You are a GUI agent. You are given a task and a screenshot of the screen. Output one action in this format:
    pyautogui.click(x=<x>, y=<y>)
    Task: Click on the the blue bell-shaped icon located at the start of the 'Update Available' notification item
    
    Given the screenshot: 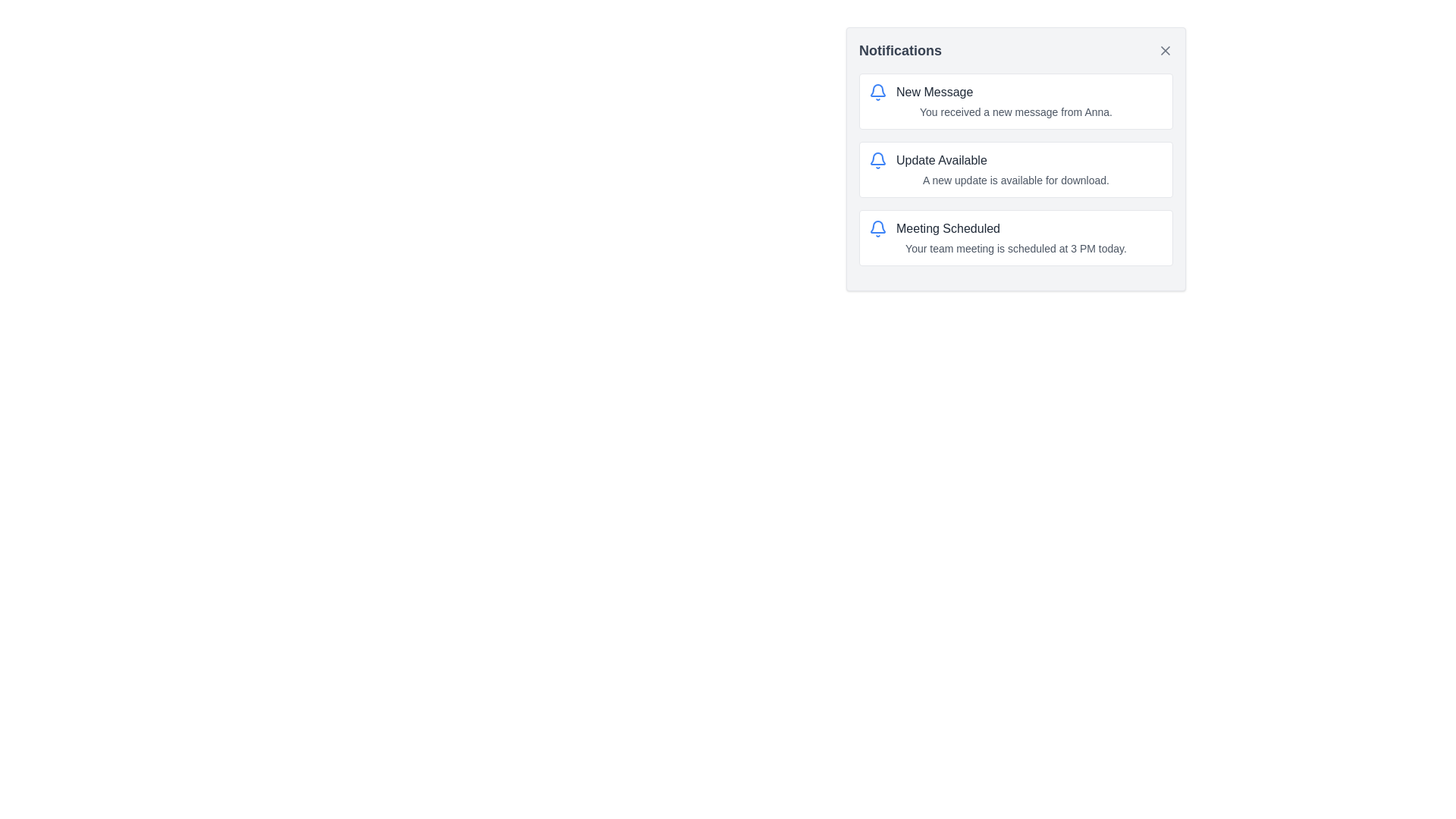 What is the action you would take?
    pyautogui.click(x=877, y=161)
    